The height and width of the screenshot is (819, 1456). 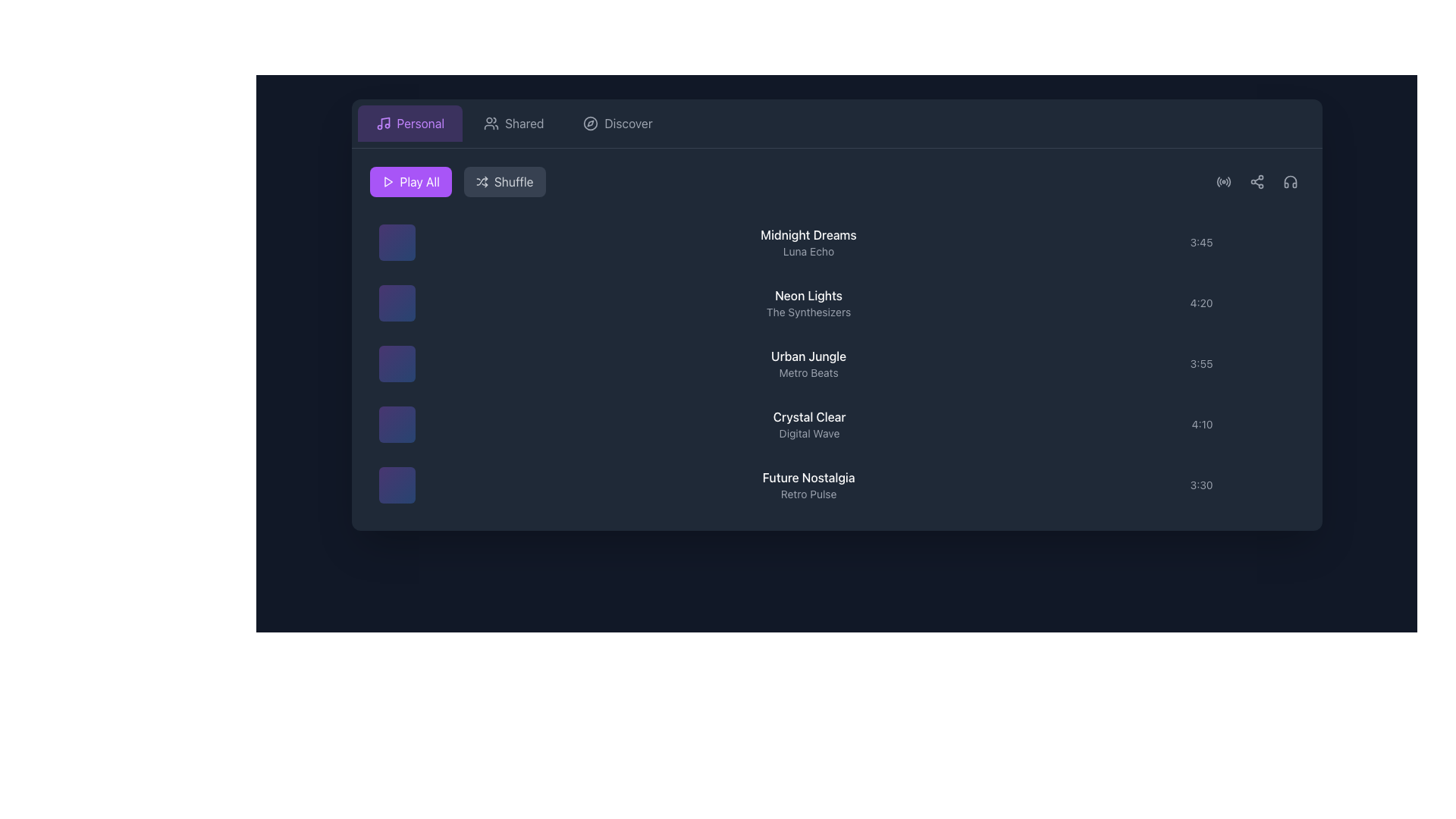 What do you see at coordinates (836, 363) in the screenshot?
I see `the list item labeled 'Urban Jungle' by 'Metro Beats'` at bounding box center [836, 363].